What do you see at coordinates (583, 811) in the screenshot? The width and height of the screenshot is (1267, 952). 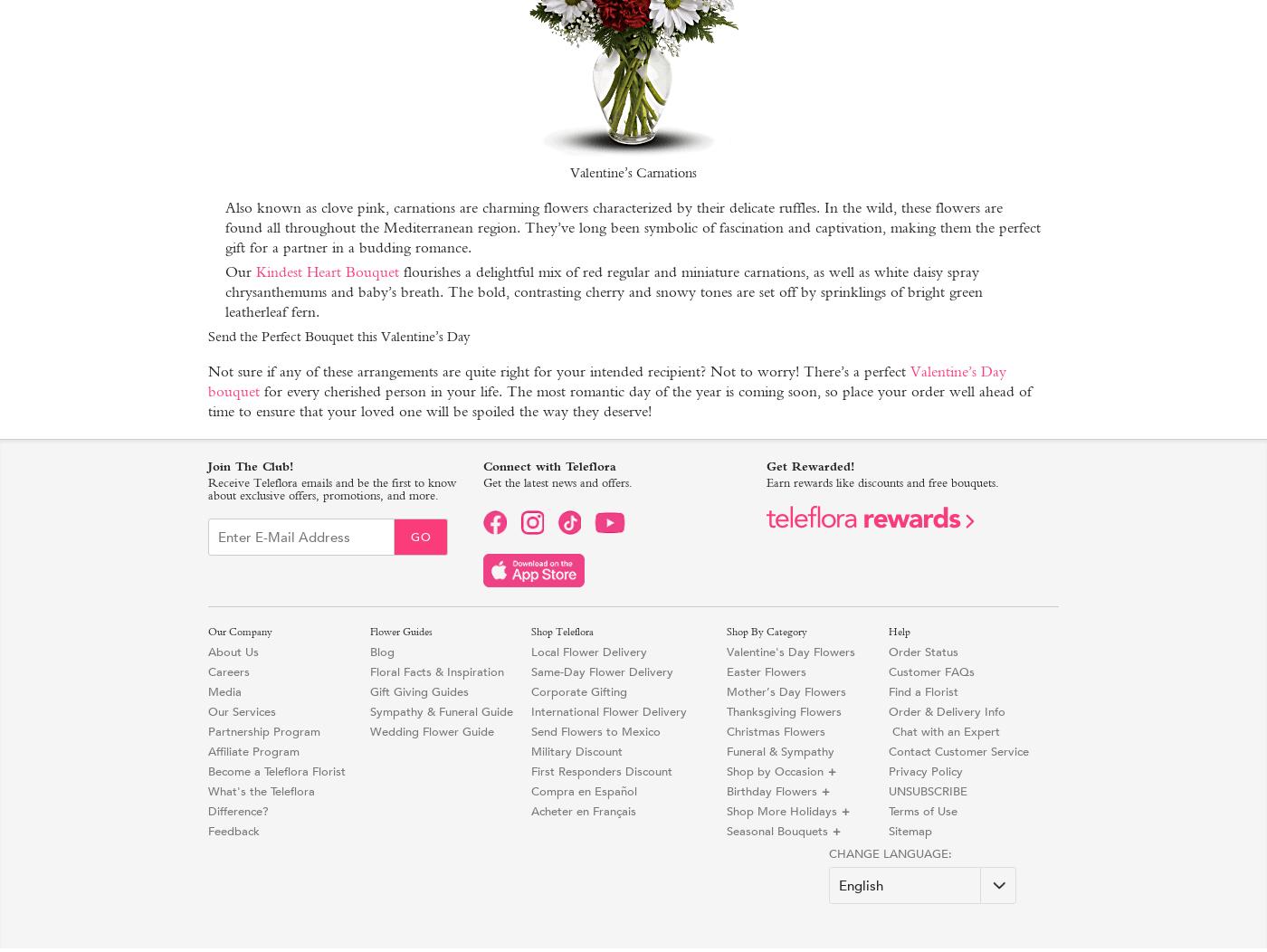 I see `'Acheter en Français'` at bounding box center [583, 811].